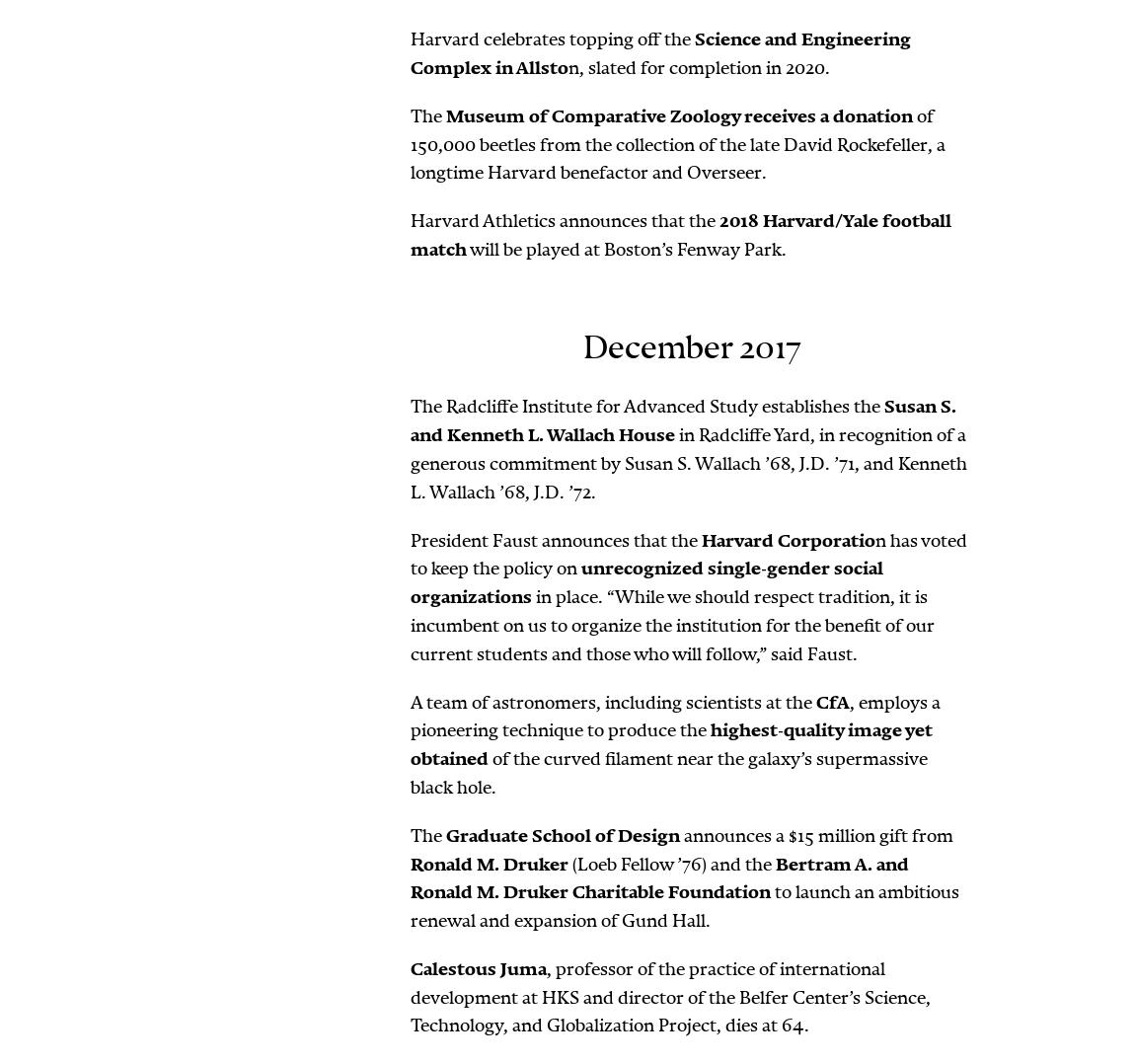 The image size is (1135, 1064). Describe the element at coordinates (684, 906) in the screenshot. I see `'to launch an ambitious renewal and expansion of Gund Hall.'` at that location.